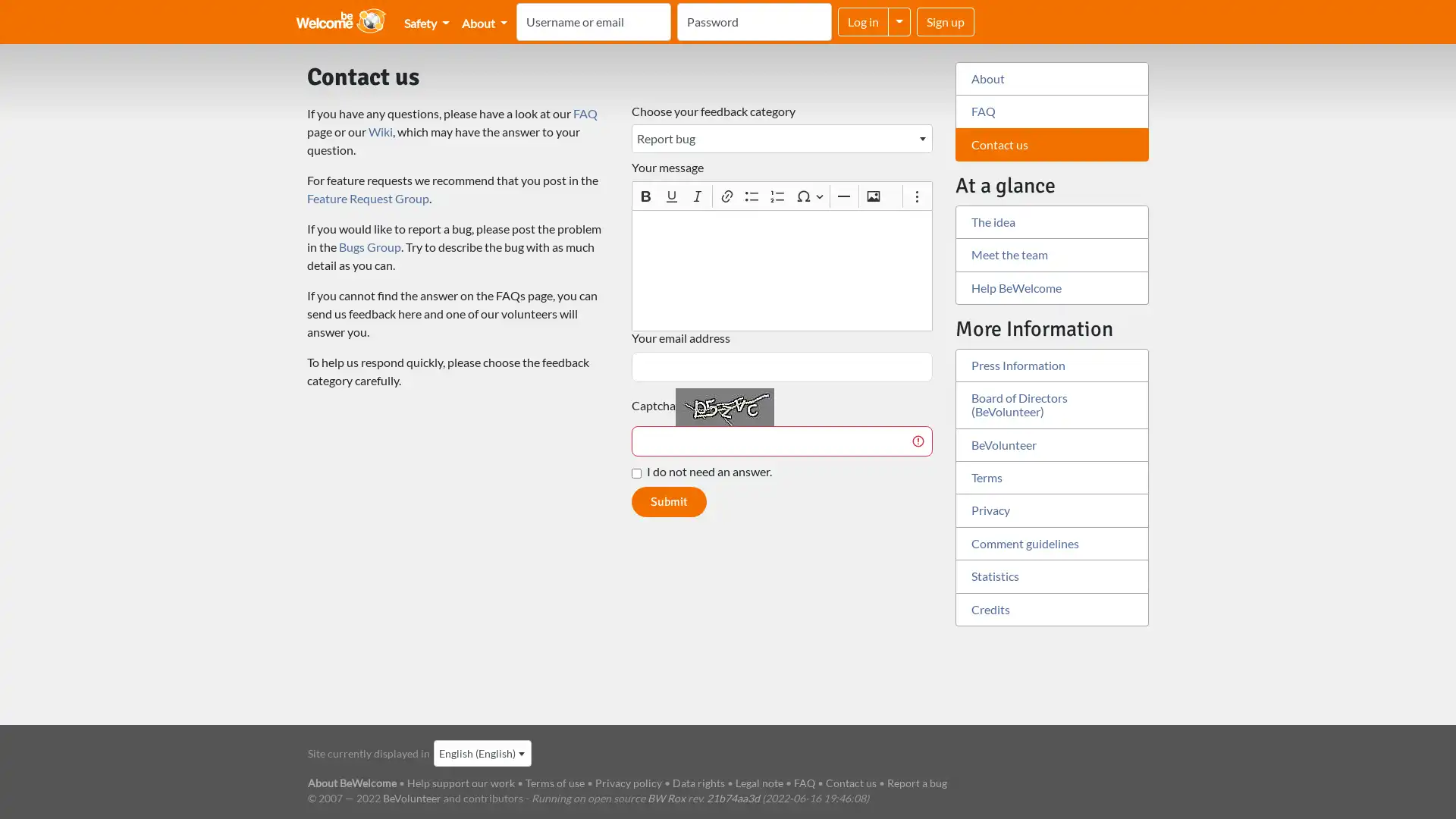 The width and height of the screenshot is (1456, 819). What do you see at coordinates (843, 195) in the screenshot?
I see `Horizontal line` at bounding box center [843, 195].